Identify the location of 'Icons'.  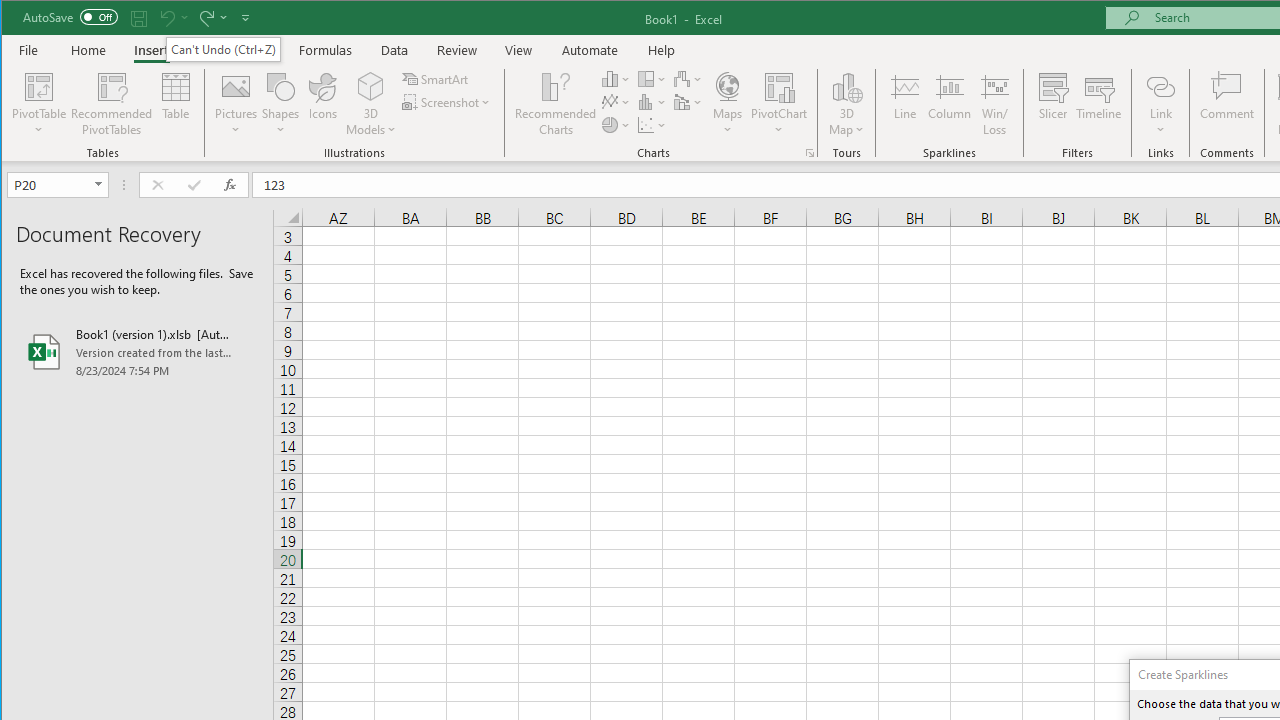
(323, 104).